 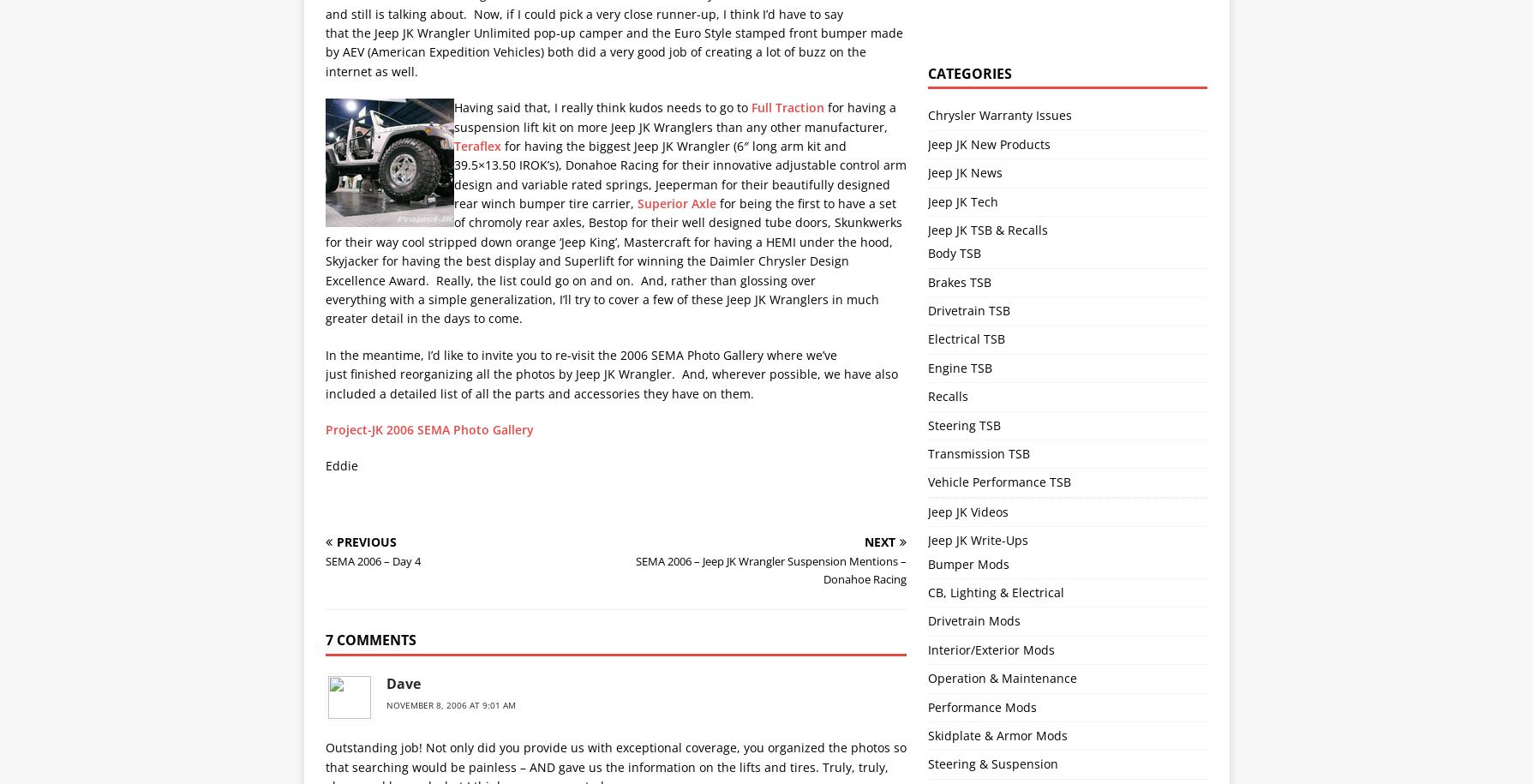 I want to click on 'November 8, 2006 at 9:01 am', so click(x=449, y=704).